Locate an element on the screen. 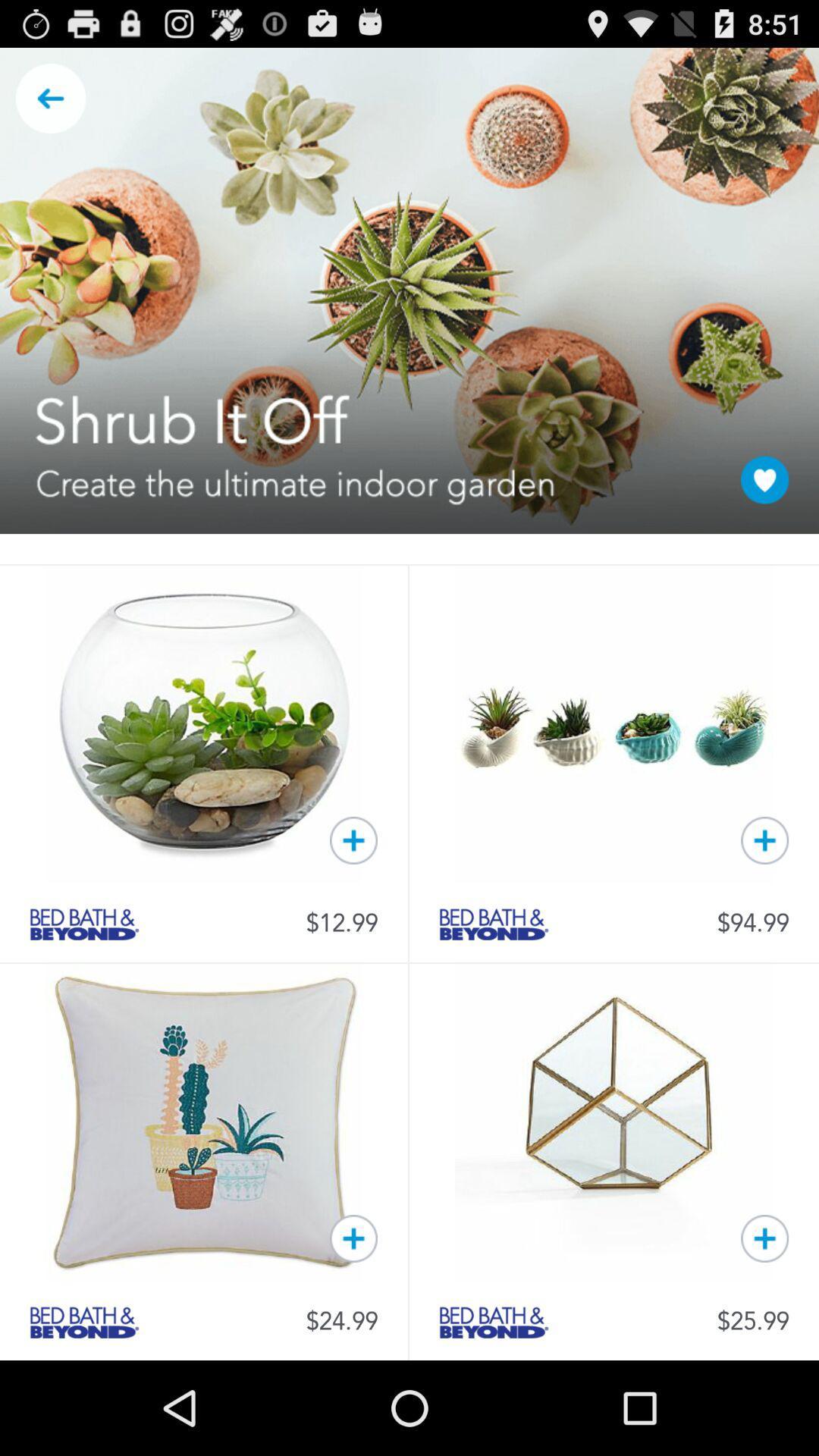 Image resolution: width=819 pixels, height=1456 pixels. check bed bath beyond category is located at coordinates (84, 924).